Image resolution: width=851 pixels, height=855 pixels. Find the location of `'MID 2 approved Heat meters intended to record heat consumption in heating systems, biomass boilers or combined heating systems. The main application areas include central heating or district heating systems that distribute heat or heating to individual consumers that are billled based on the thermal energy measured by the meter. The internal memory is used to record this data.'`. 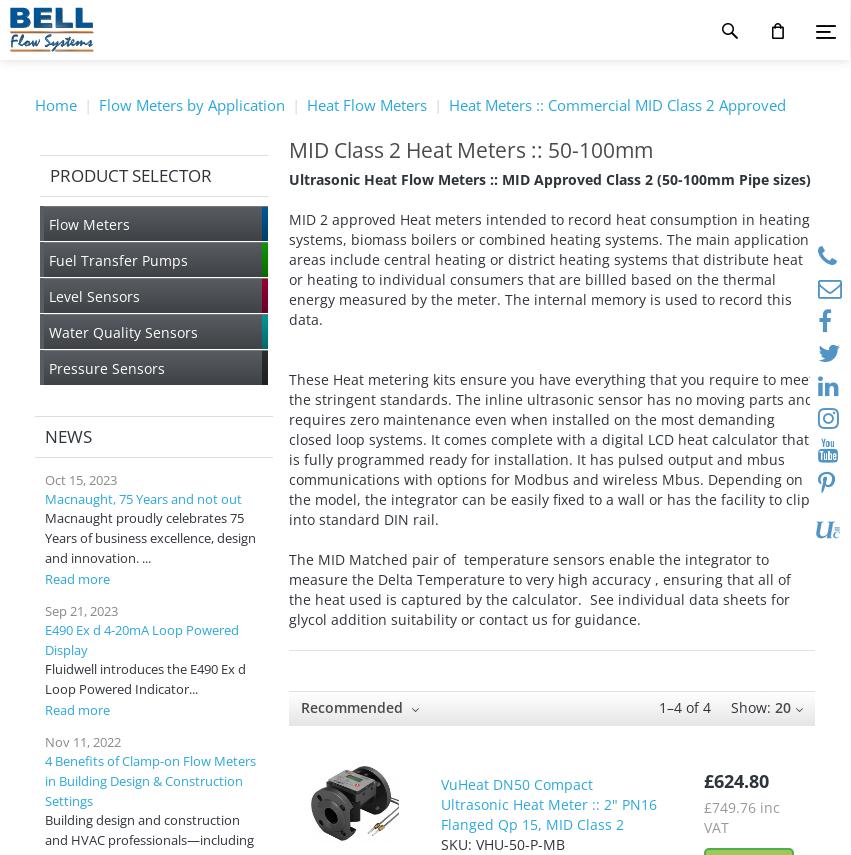

'MID 2 approved Heat meters intended to record heat consumption in heating systems, biomass boilers or combined heating systems. The main application areas include central heating or district heating systems that distribute heat or heating to individual consumers that are billled based on the thermal energy measured by the meter. The internal memory is used to record this data.' is located at coordinates (547, 269).